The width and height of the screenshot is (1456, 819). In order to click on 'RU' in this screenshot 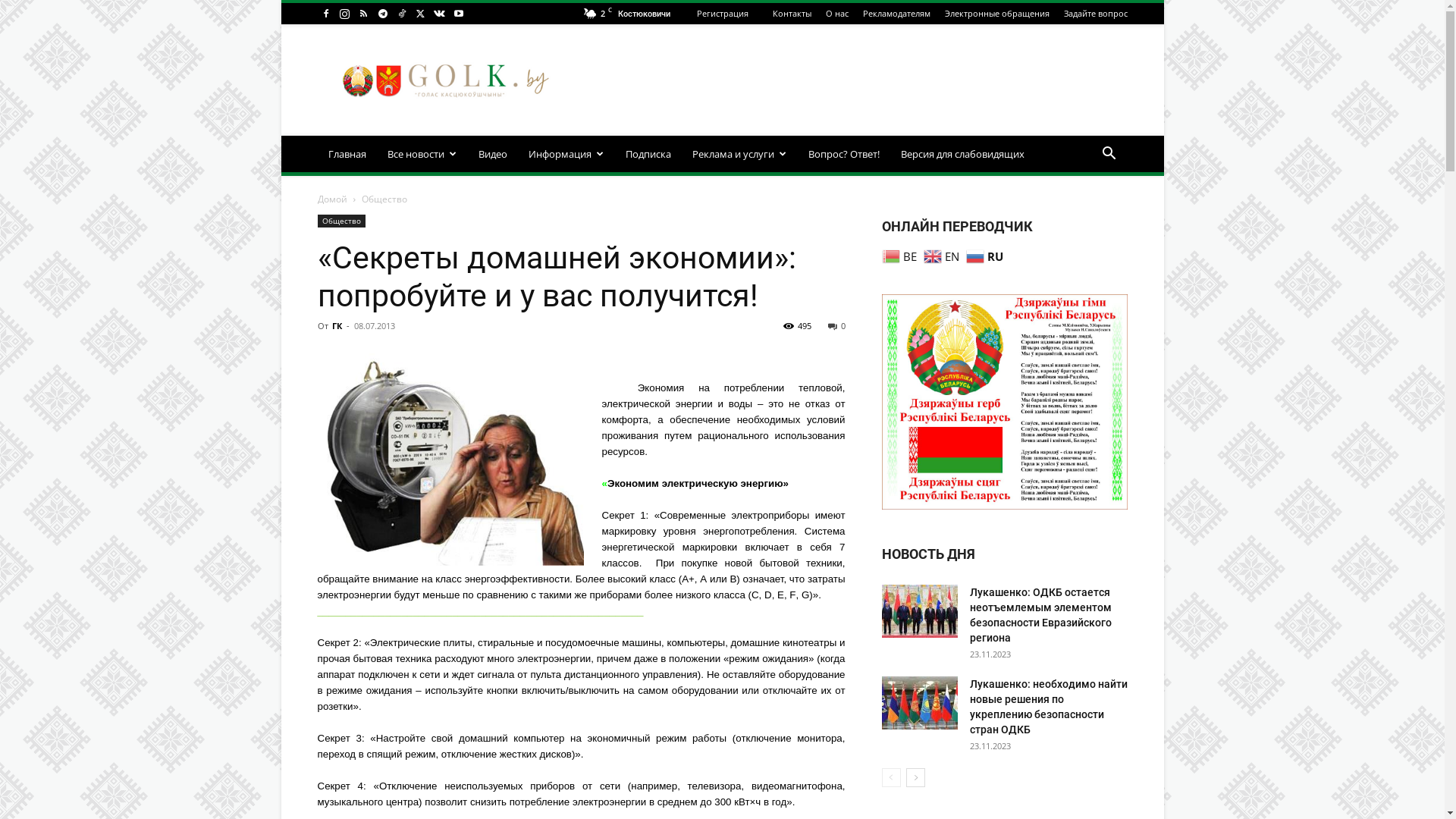, I will do `click(965, 254)`.